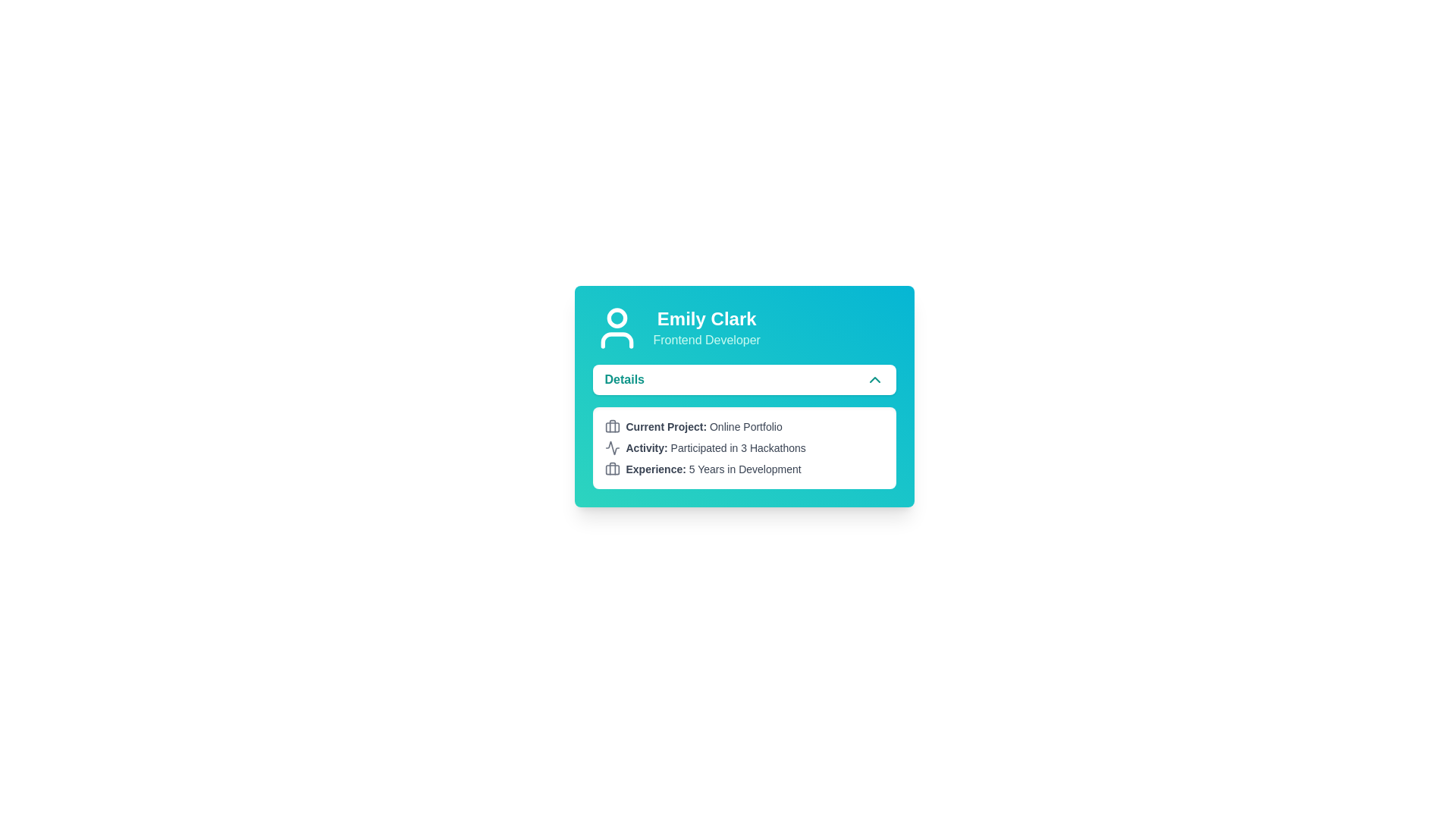 The width and height of the screenshot is (1456, 819). What do you see at coordinates (744, 427) in the screenshot?
I see `the text block containing 'Current Project: Online Portfolio'` at bounding box center [744, 427].